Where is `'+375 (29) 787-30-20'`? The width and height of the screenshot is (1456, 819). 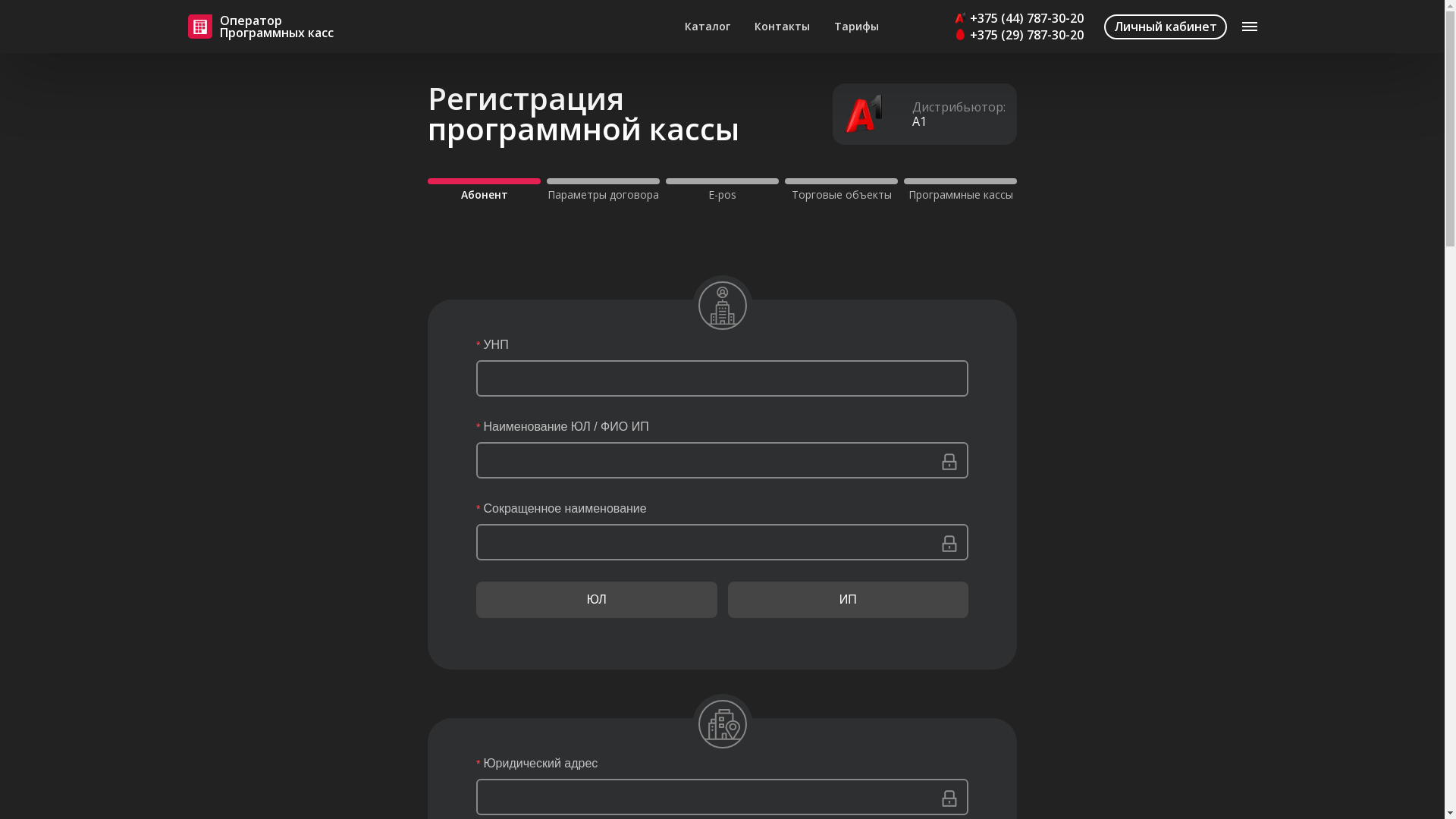 '+375 (29) 787-30-20' is located at coordinates (1018, 34).